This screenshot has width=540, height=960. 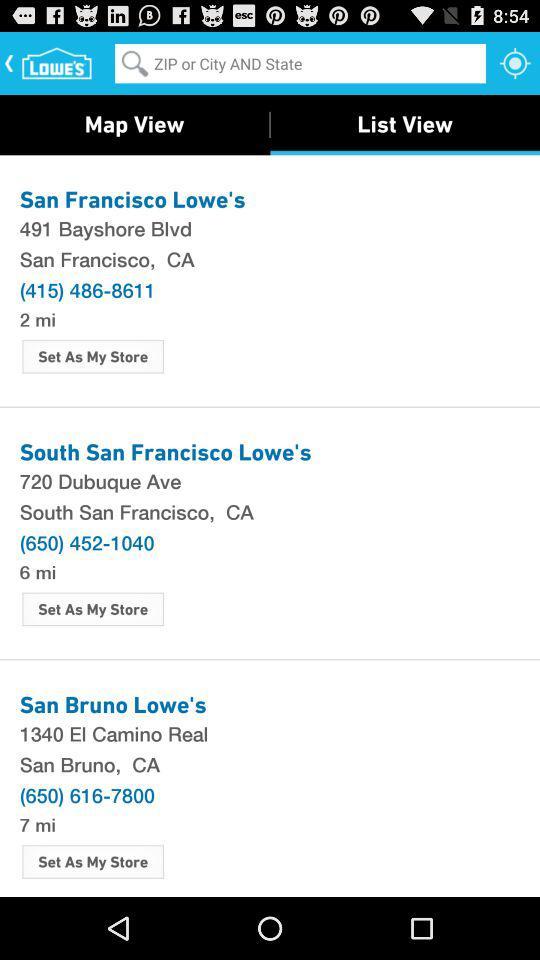 What do you see at coordinates (270, 228) in the screenshot?
I see `491 bayshore blvd` at bounding box center [270, 228].